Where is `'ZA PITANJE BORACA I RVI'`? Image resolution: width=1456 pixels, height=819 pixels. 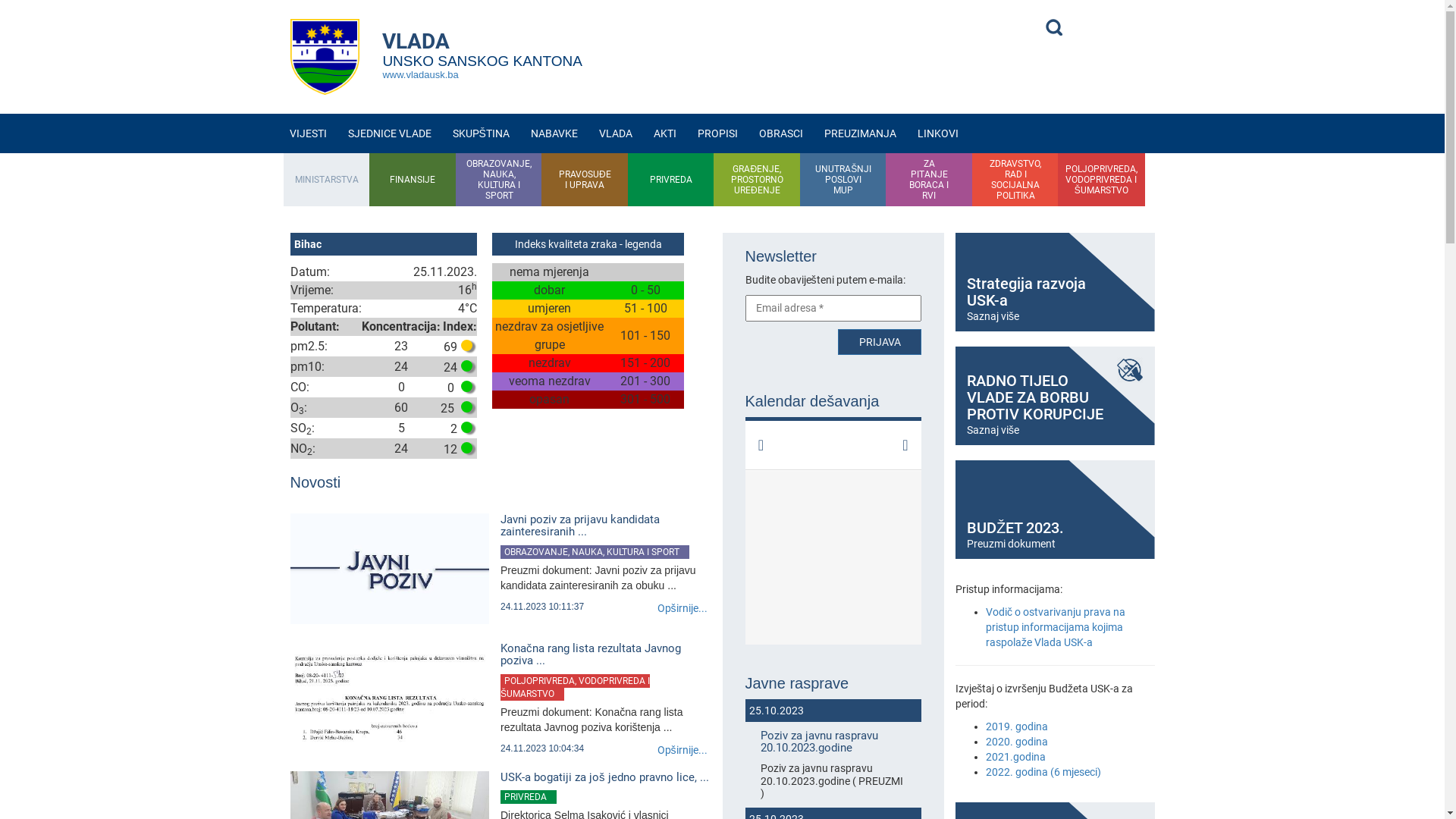
'ZA PITANJE BORACA I RVI' is located at coordinates (928, 178).